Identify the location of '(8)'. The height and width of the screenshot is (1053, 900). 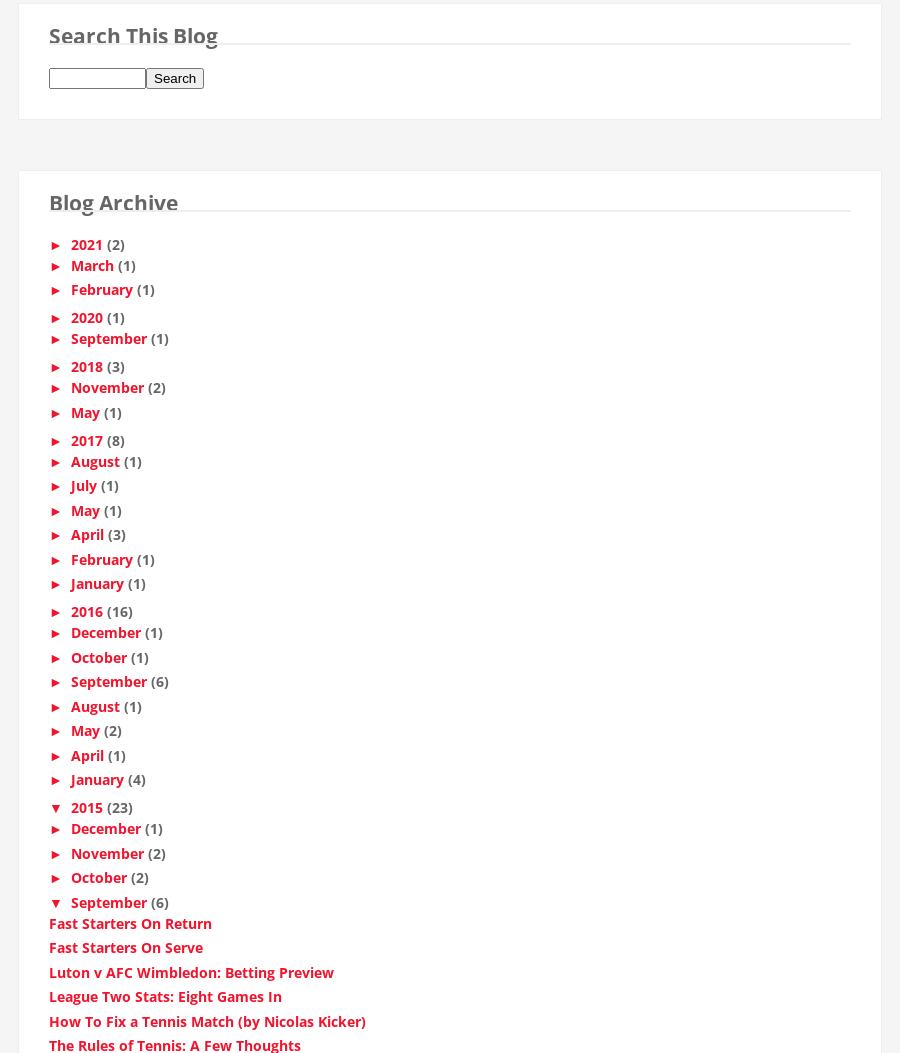
(115, 446).